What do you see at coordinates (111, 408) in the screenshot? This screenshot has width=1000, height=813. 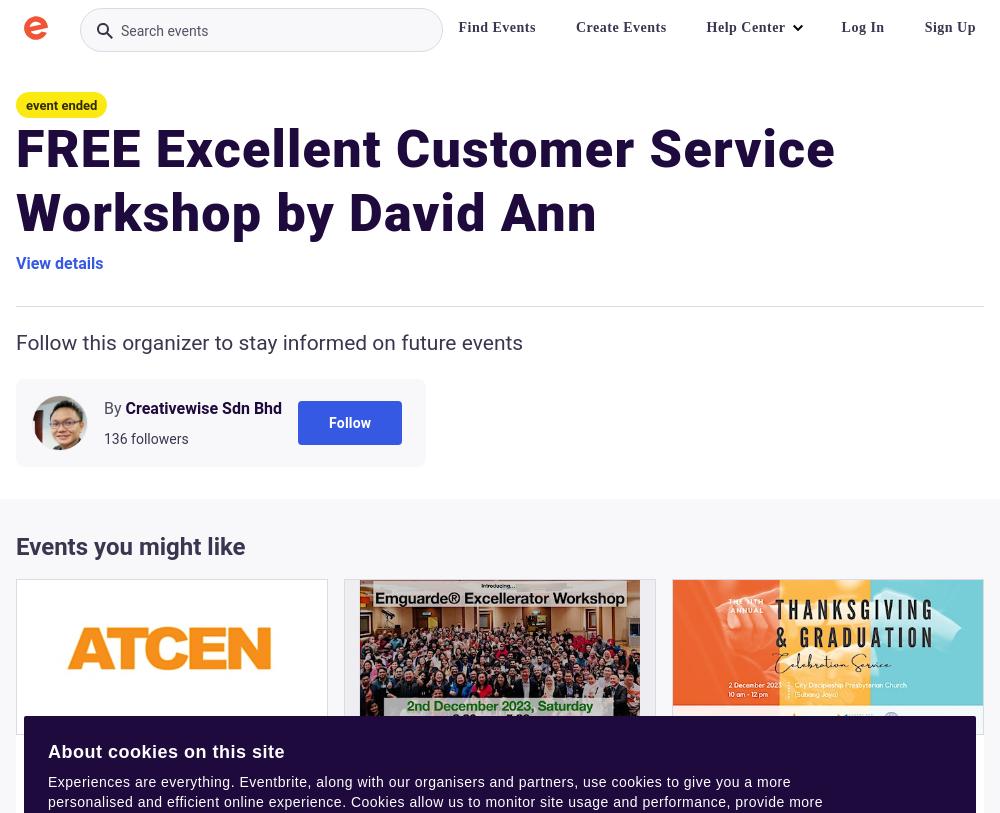 I see `'By'` at bounding box center [111, 408].